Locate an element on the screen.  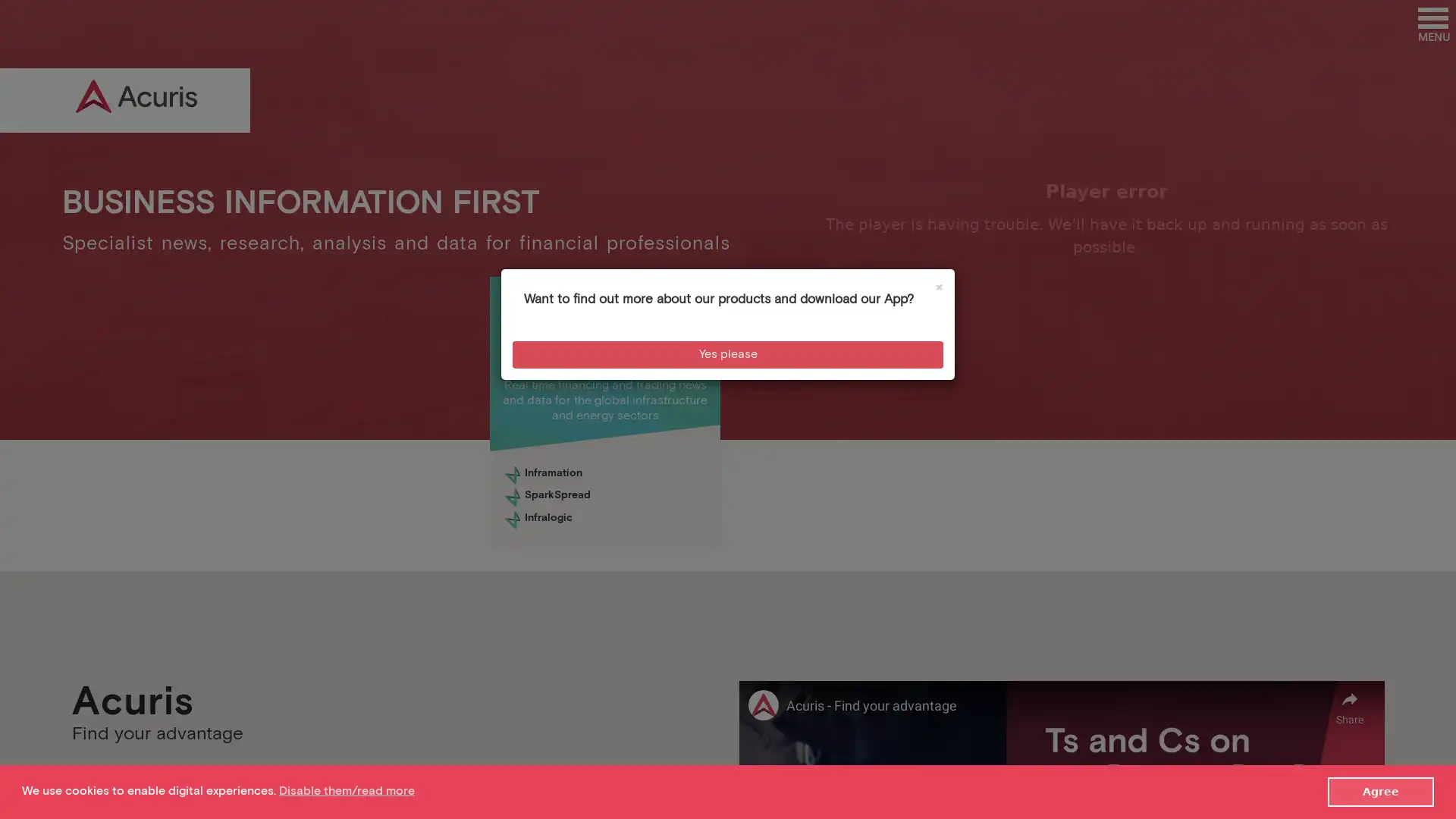
dismiss cookie message is located at coordinates (1380, 791).